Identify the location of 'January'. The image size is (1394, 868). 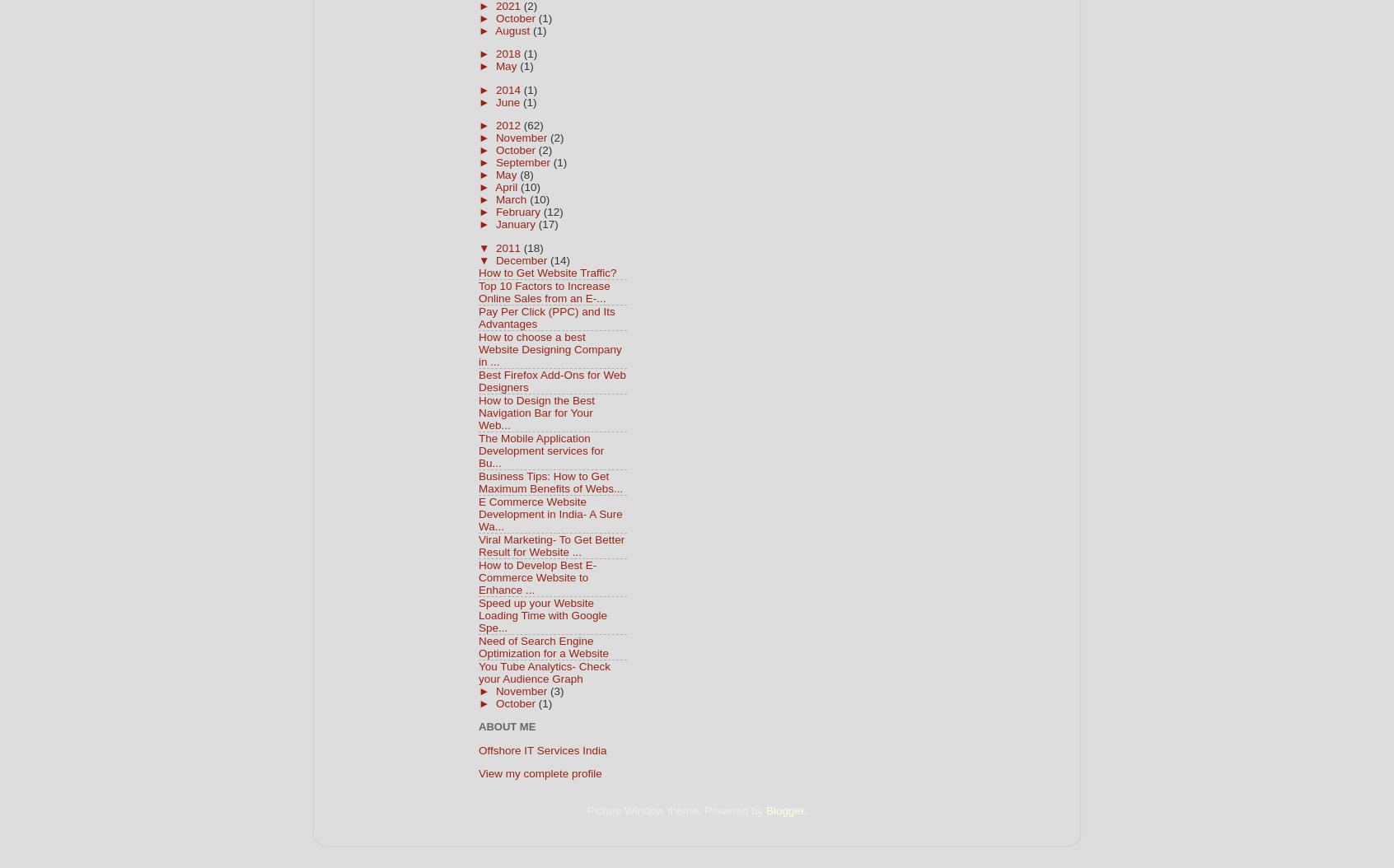
(494, 223).